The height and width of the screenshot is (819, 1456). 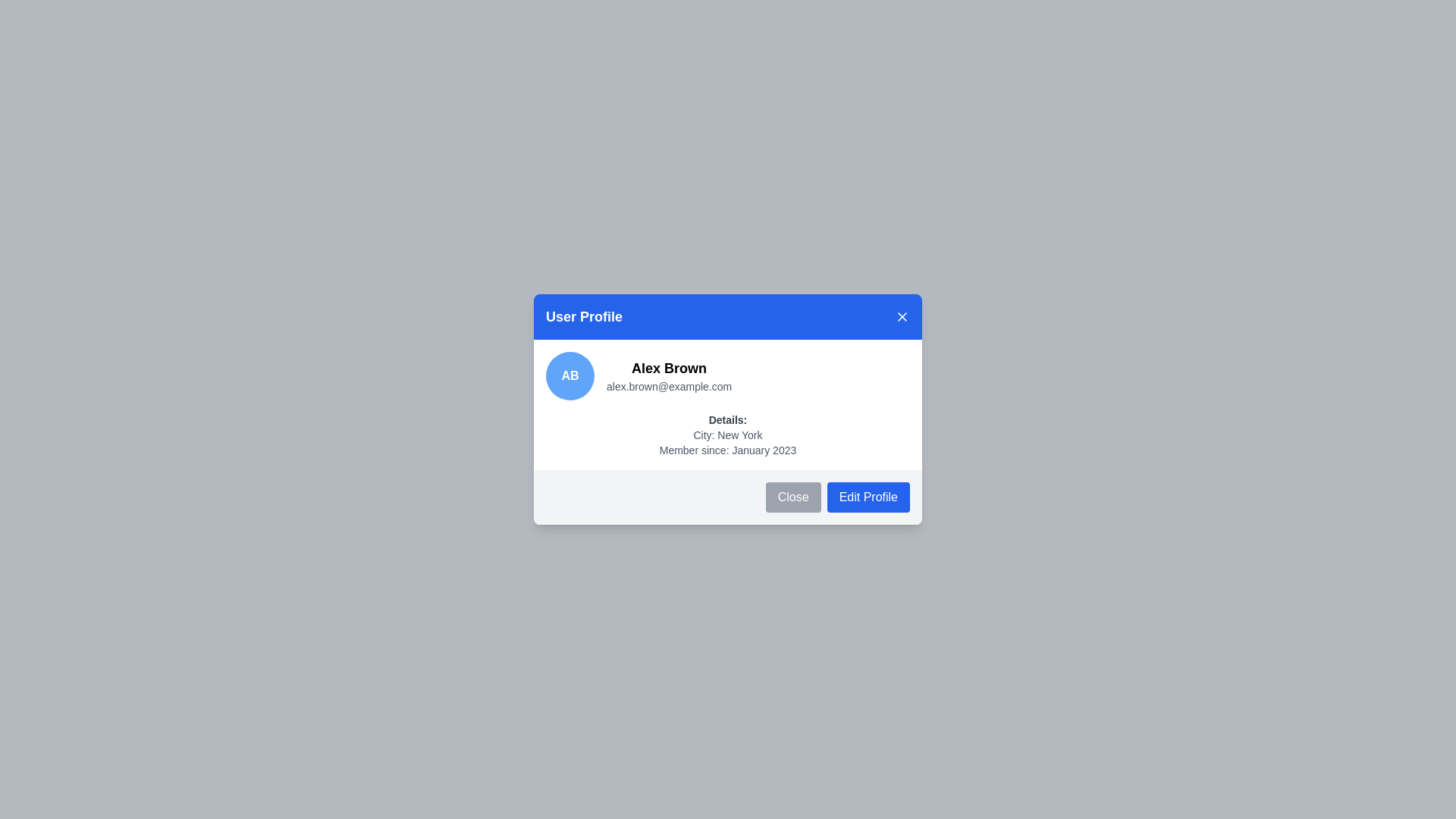 I want to click on the static text display that shows the user's membership initiation date, located beneath 'City: New York' and following 'Details:', which is the last element in the user profile display box, so click(x=728, y=450).